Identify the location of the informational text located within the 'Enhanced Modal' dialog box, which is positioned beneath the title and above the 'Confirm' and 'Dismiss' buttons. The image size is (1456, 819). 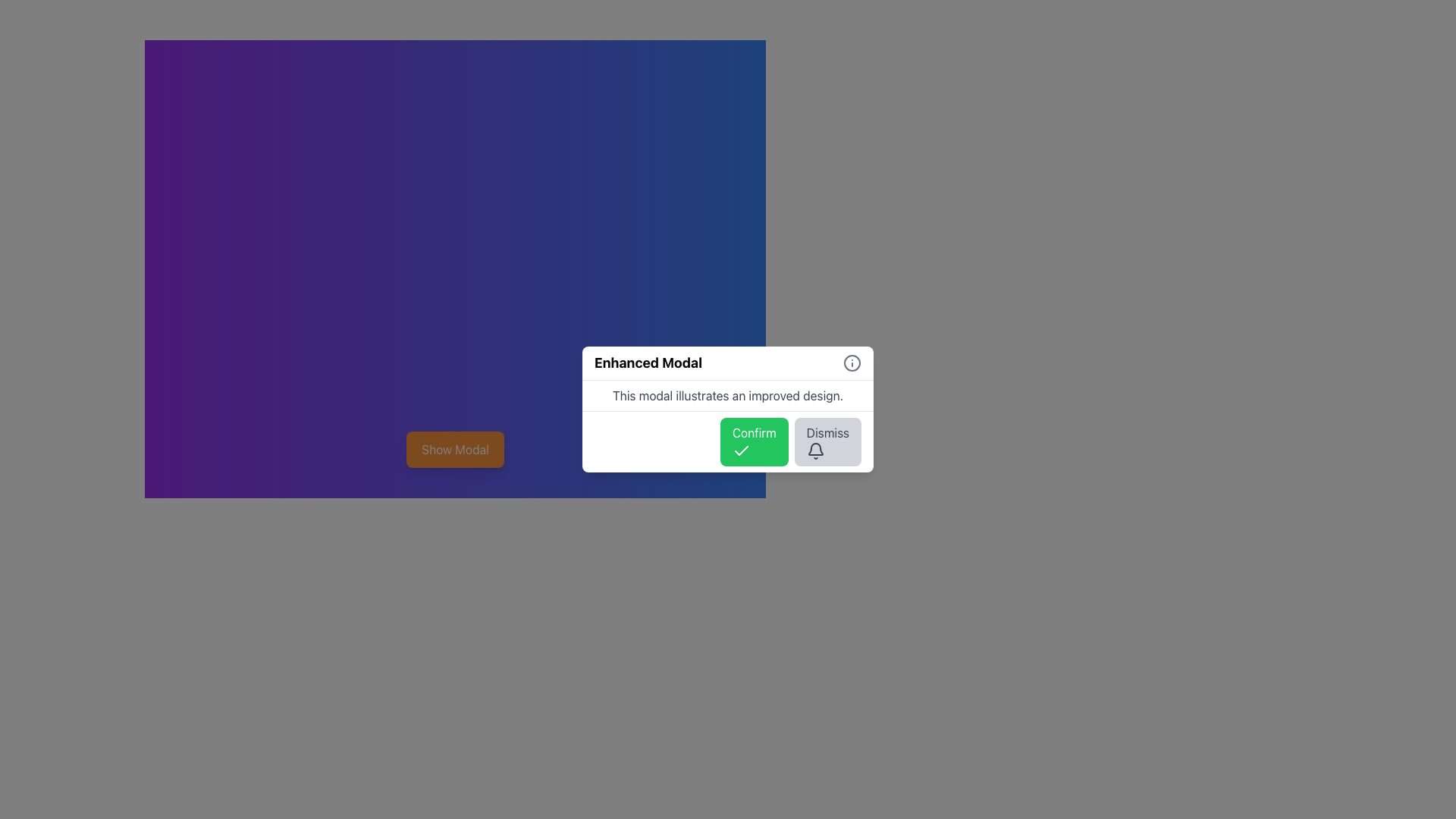
(728, 394).